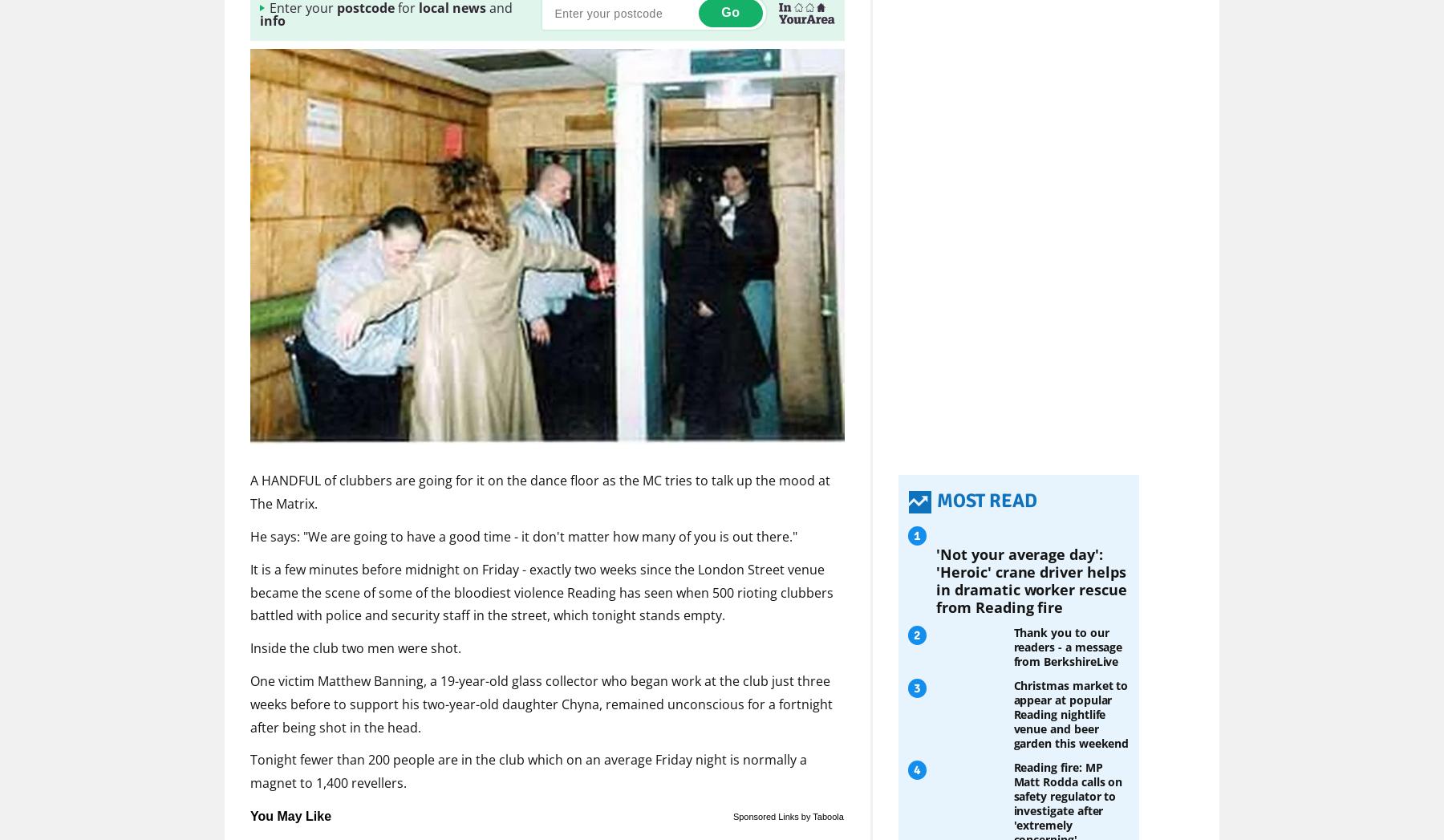 This screenshot has width=1444, height=840. Describe the element at coordinates (915, 814) in the screenshot. I see `'3'` at that location.